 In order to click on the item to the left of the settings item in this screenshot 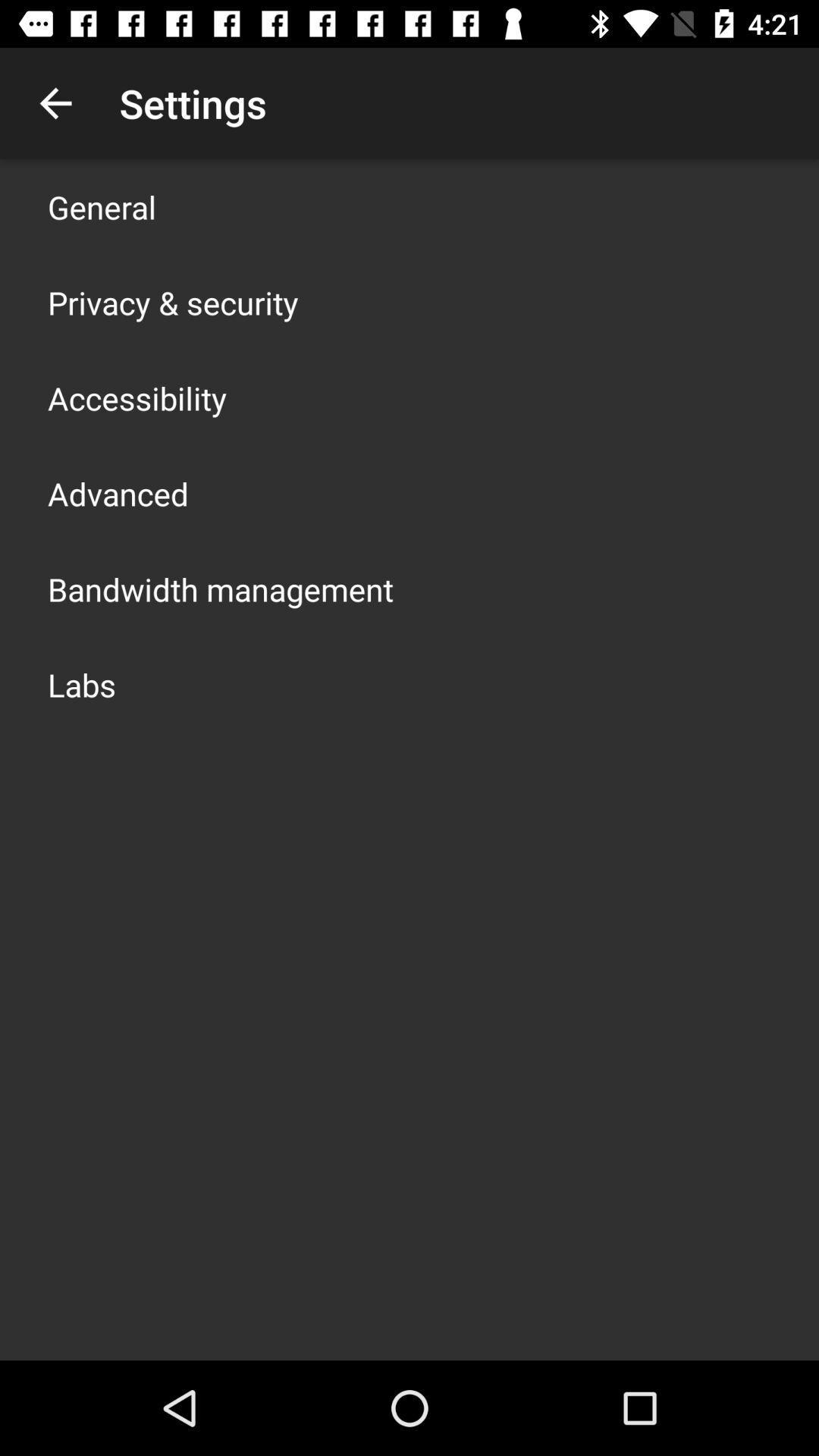, I will do `click(55, 102)`.